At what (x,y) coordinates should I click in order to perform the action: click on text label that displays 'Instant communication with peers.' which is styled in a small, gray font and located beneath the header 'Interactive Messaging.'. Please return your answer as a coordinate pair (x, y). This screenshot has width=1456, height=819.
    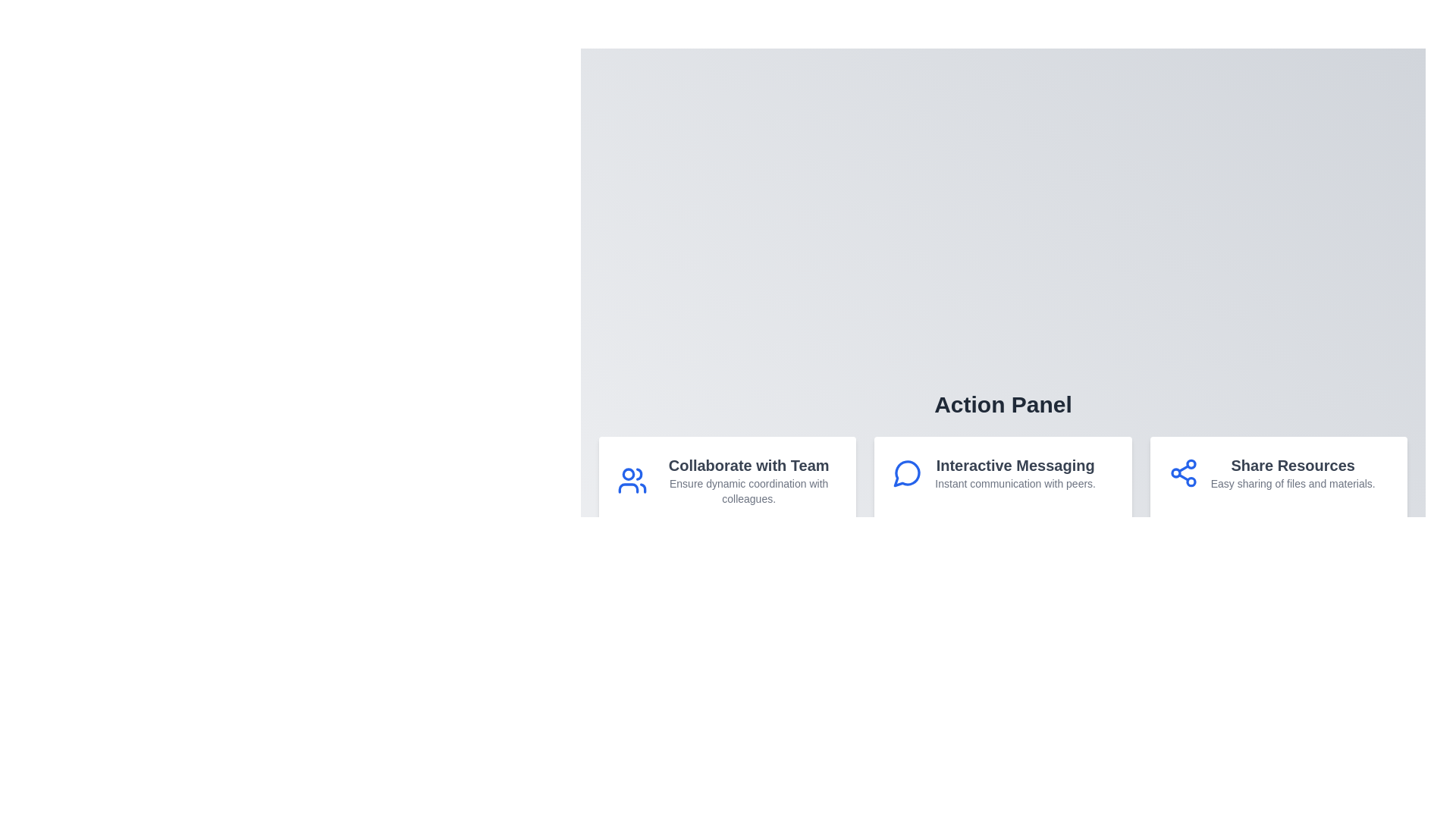
    Looking at the image, I should click on (1015, 483).